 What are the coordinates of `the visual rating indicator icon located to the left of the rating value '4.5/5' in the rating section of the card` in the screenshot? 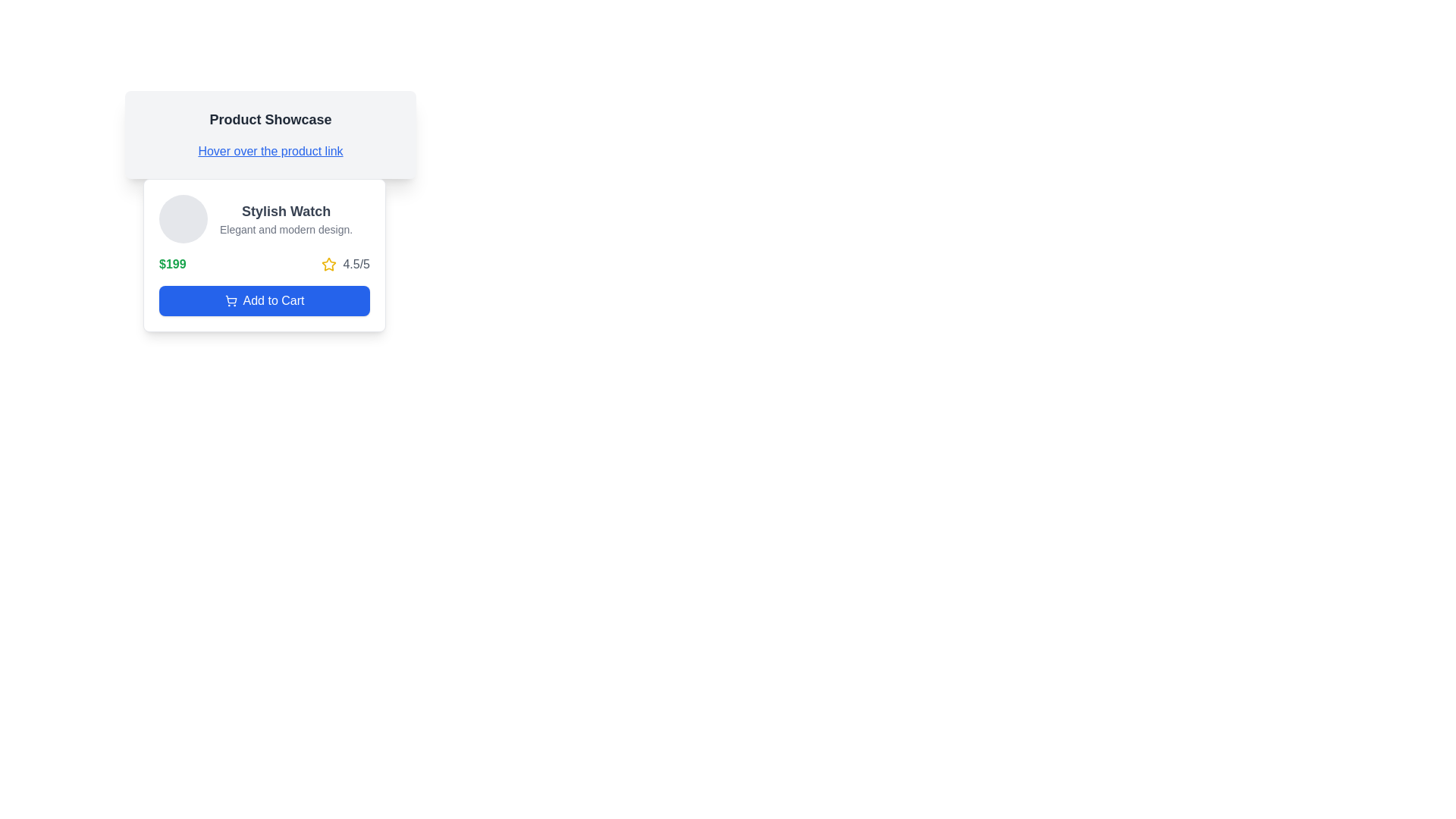 It's located at (328, 263).